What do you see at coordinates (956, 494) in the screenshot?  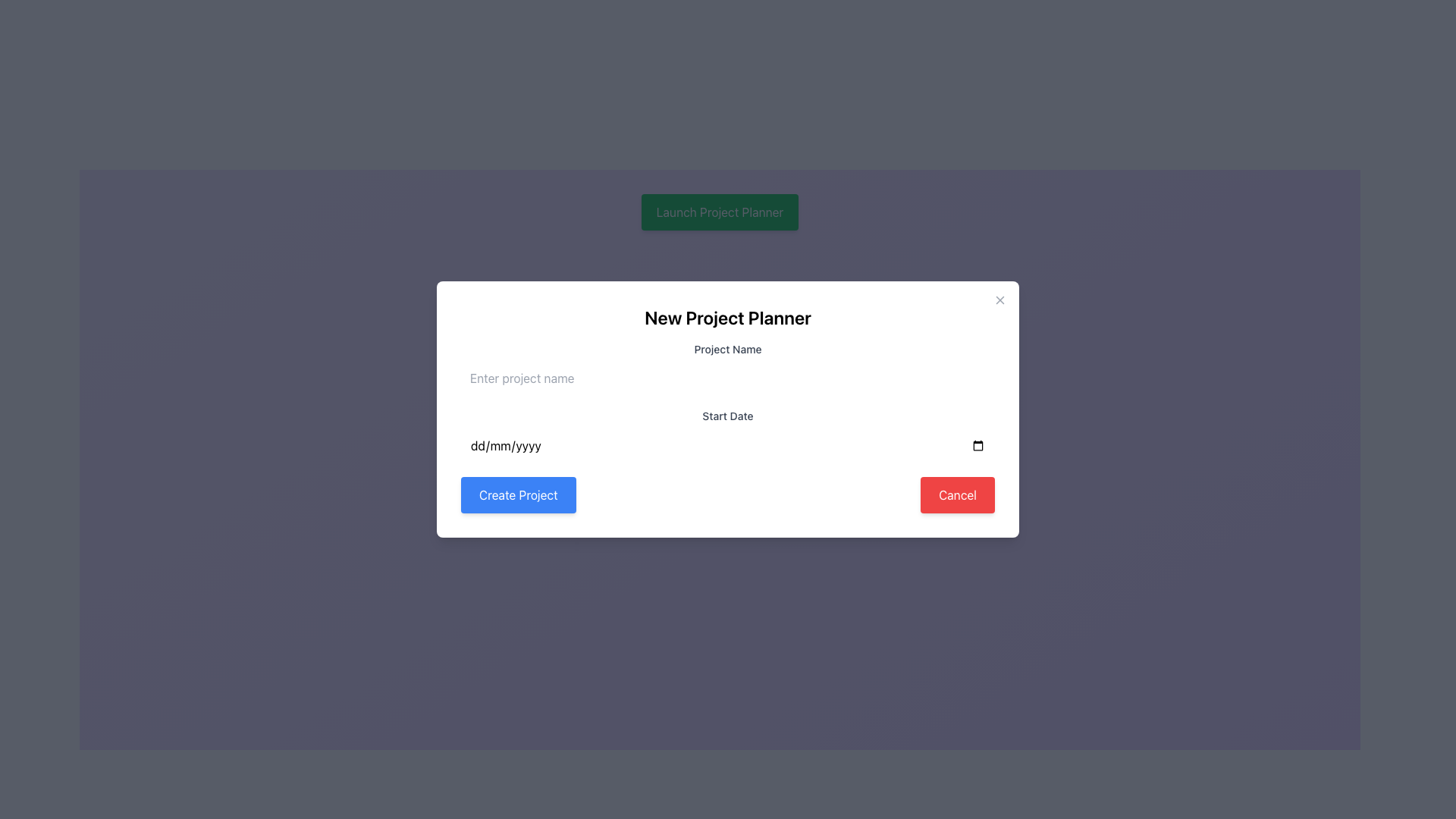 I see `the cancel button located at the bottom-right corner of the white modal dialog` at bounding box center [956, 494].